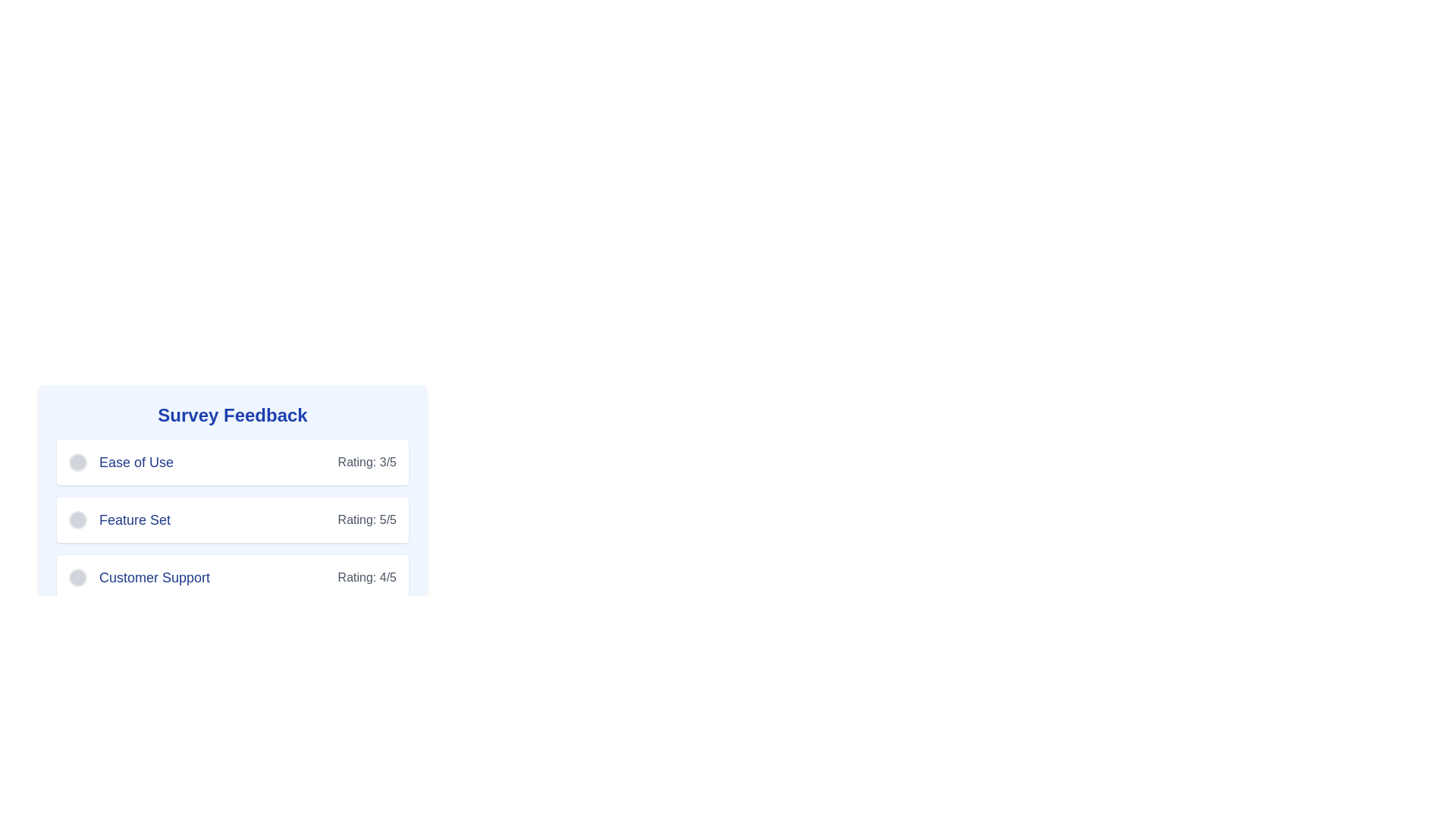 Image resolution: width=1456 pixels, height=819 pixels. I want to click on the third Text Label in the 'Survey Feedback' section, which is positioned below 'Ease of Use' and 'Feature Set', and adjacent to a small circular icon on the left, so click(155, 578).